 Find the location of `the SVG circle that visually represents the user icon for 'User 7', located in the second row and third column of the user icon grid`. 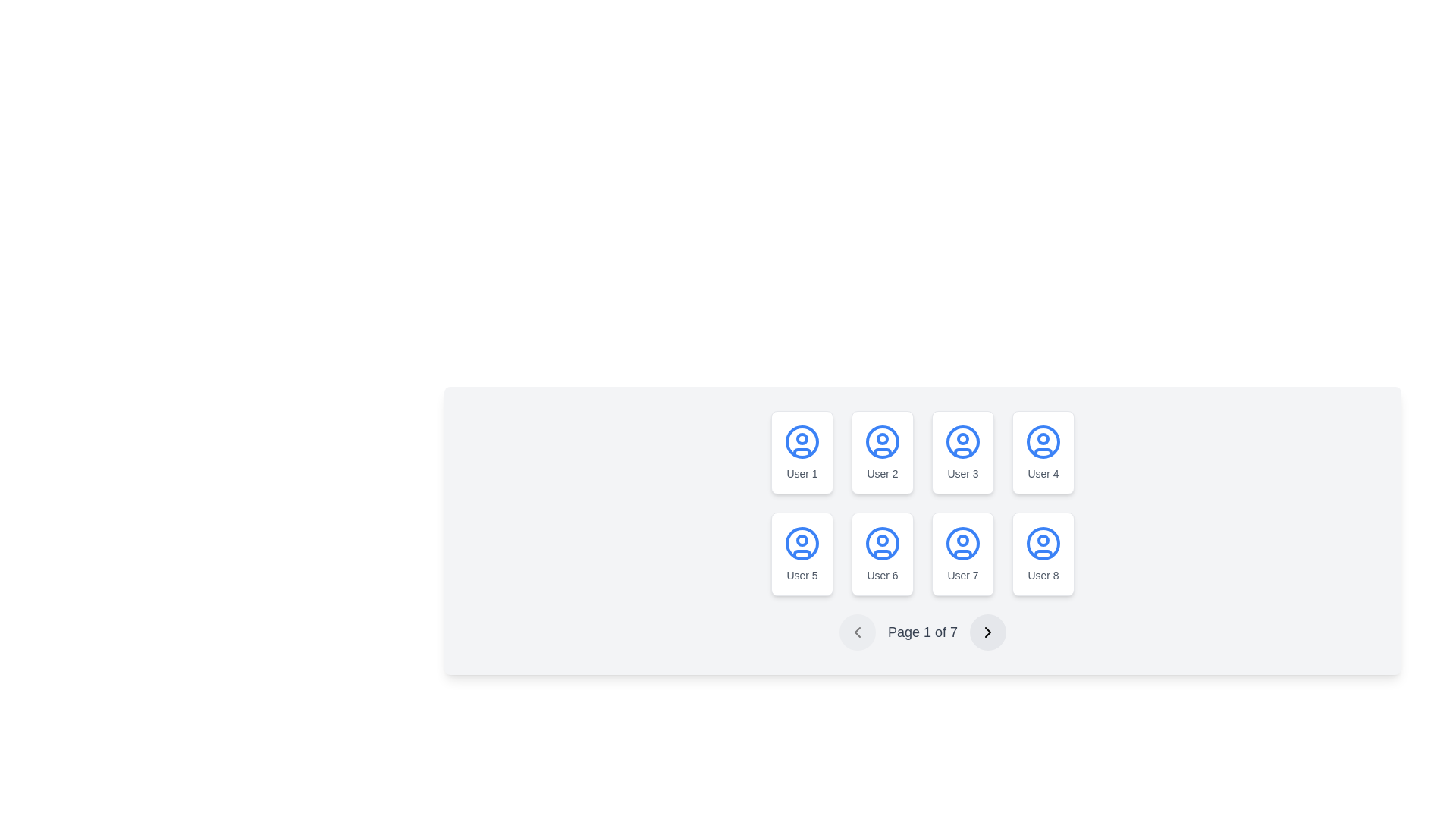

the SVG circle that visually represents the user icon for 'User 7', located in the second row and third column of the user icon grid is located at coordinates (962, 540).